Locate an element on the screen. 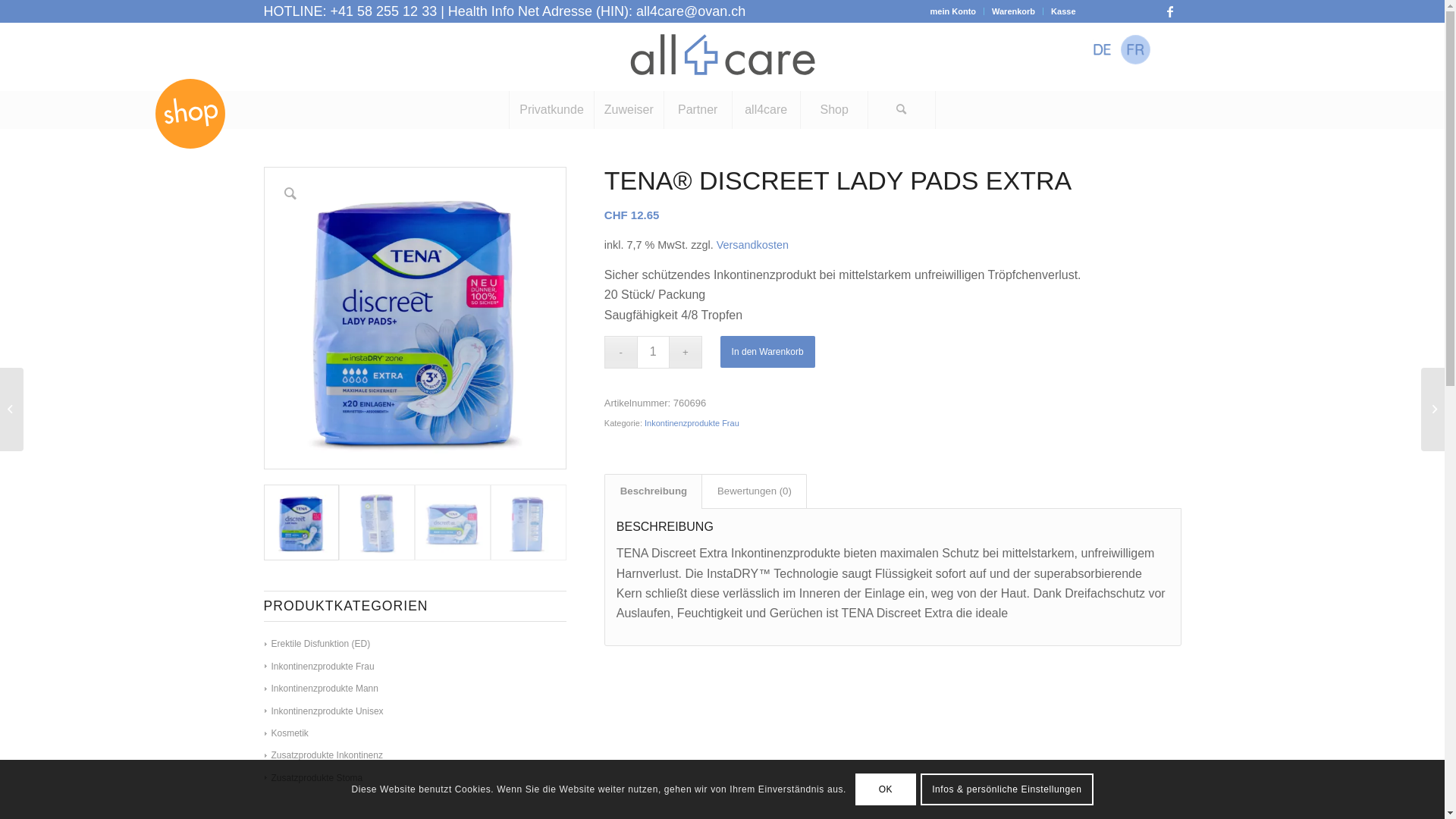  'Versandkosten' is located at coordinates (716, 244).